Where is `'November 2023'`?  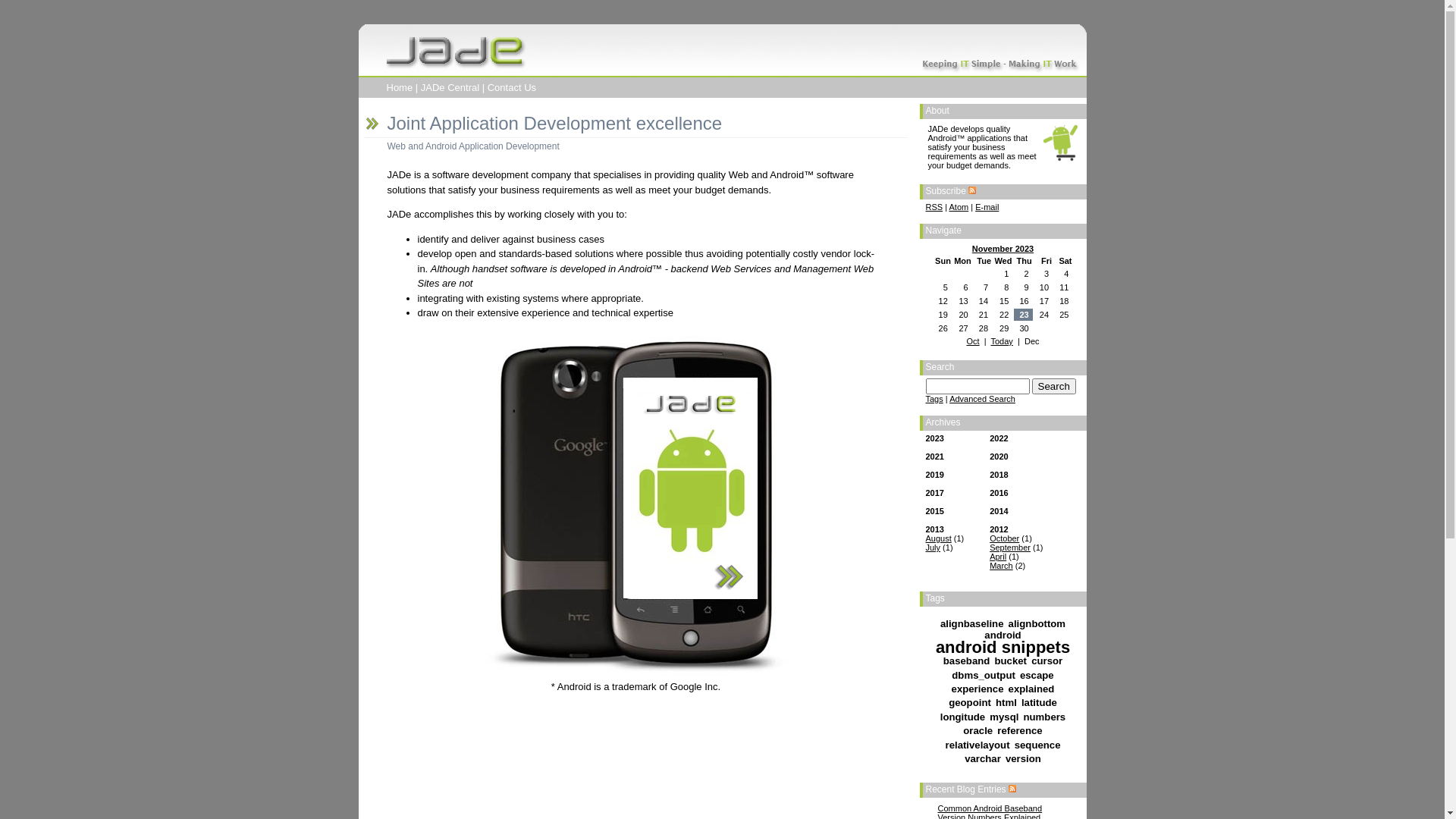 'November 2023' is located at coordinates (971, 247).